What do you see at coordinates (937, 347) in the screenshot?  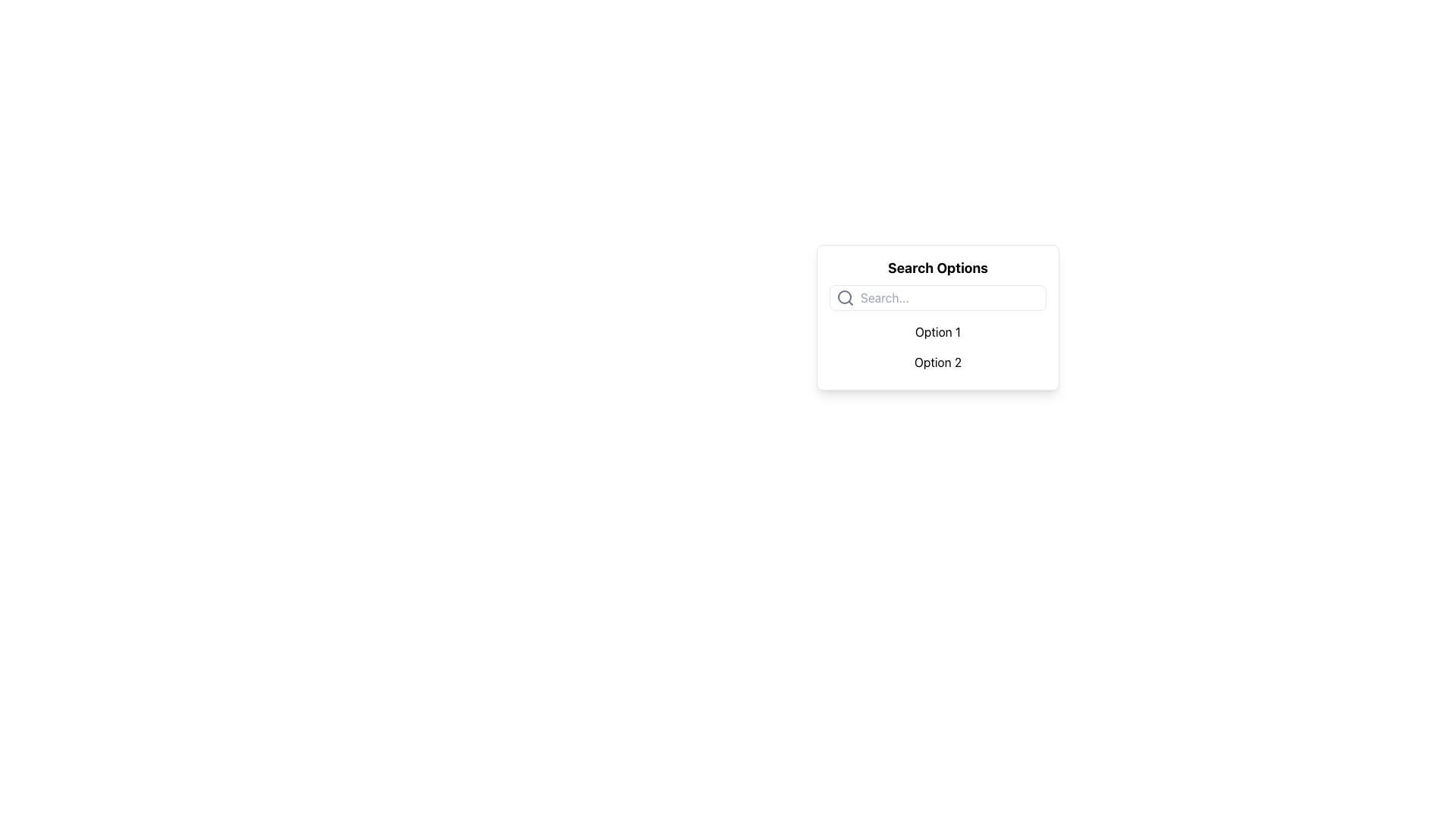 I see `the Dropdown/List options located below the search bar in the 'Search Options' panel` at bounding box center [937, 347].